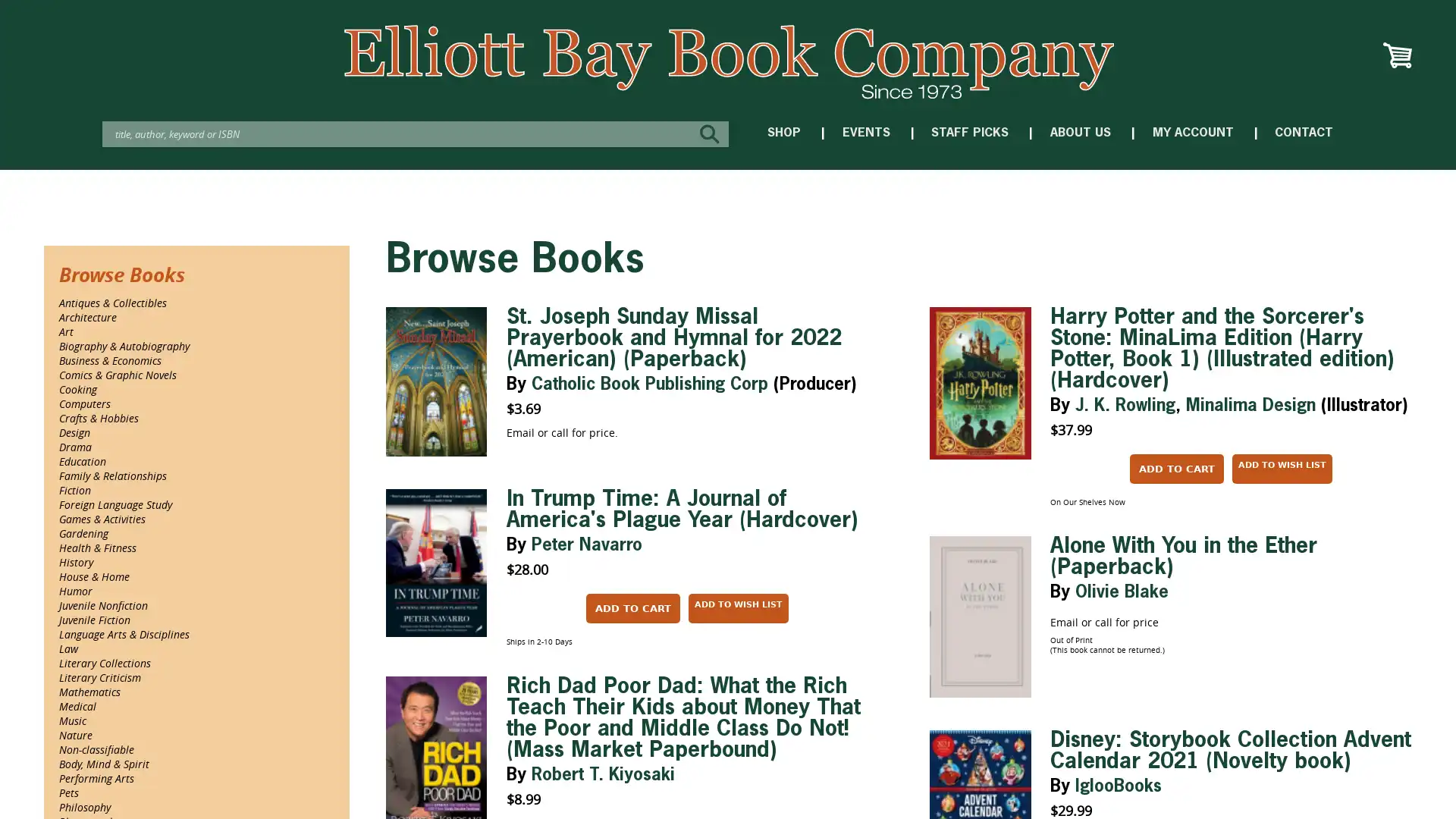 This screenshot has height=819, width=1456. I want to click on Search, so click(712, 133).